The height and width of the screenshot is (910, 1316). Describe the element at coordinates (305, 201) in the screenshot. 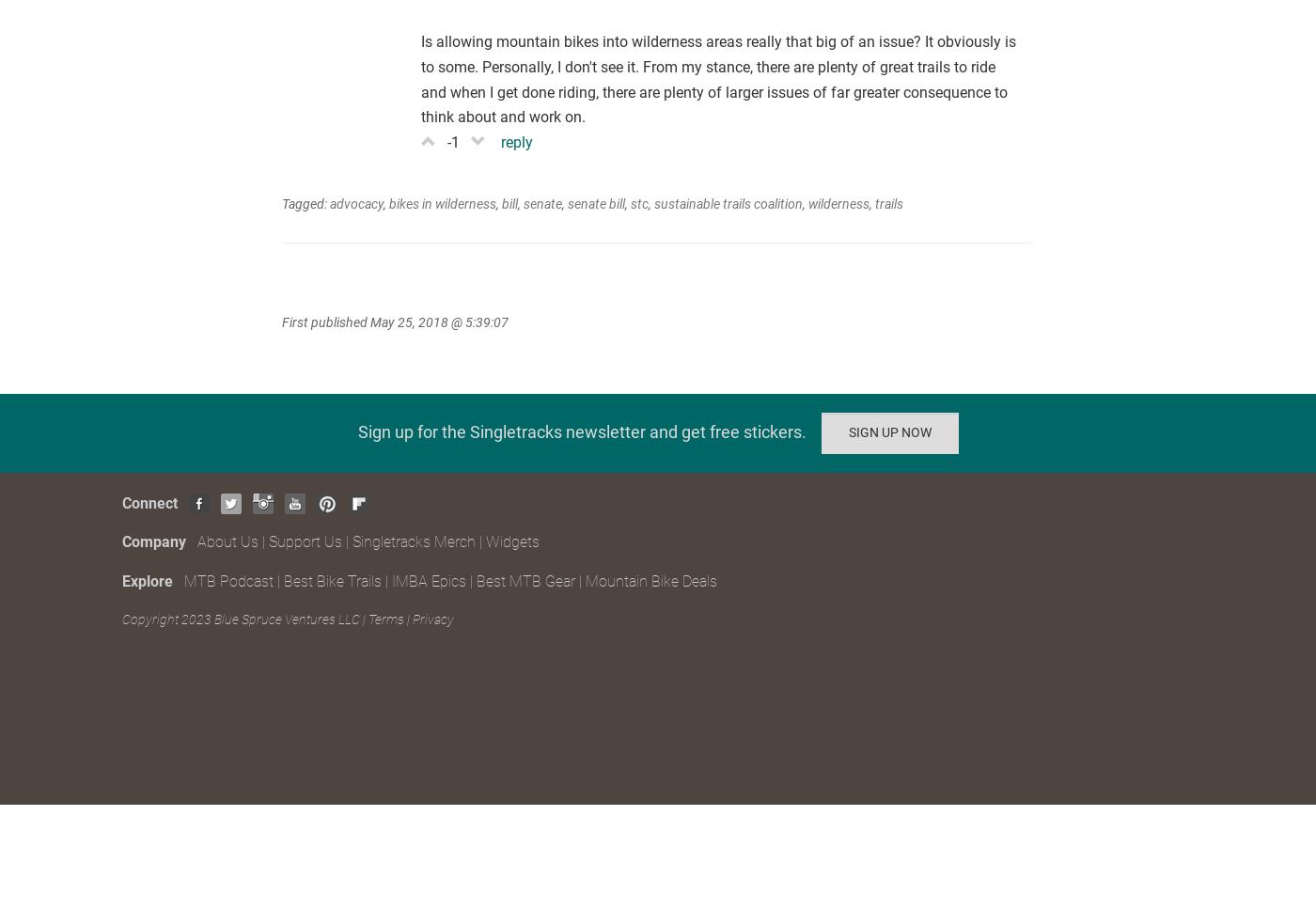

I see `'Tagged:'` at that location.